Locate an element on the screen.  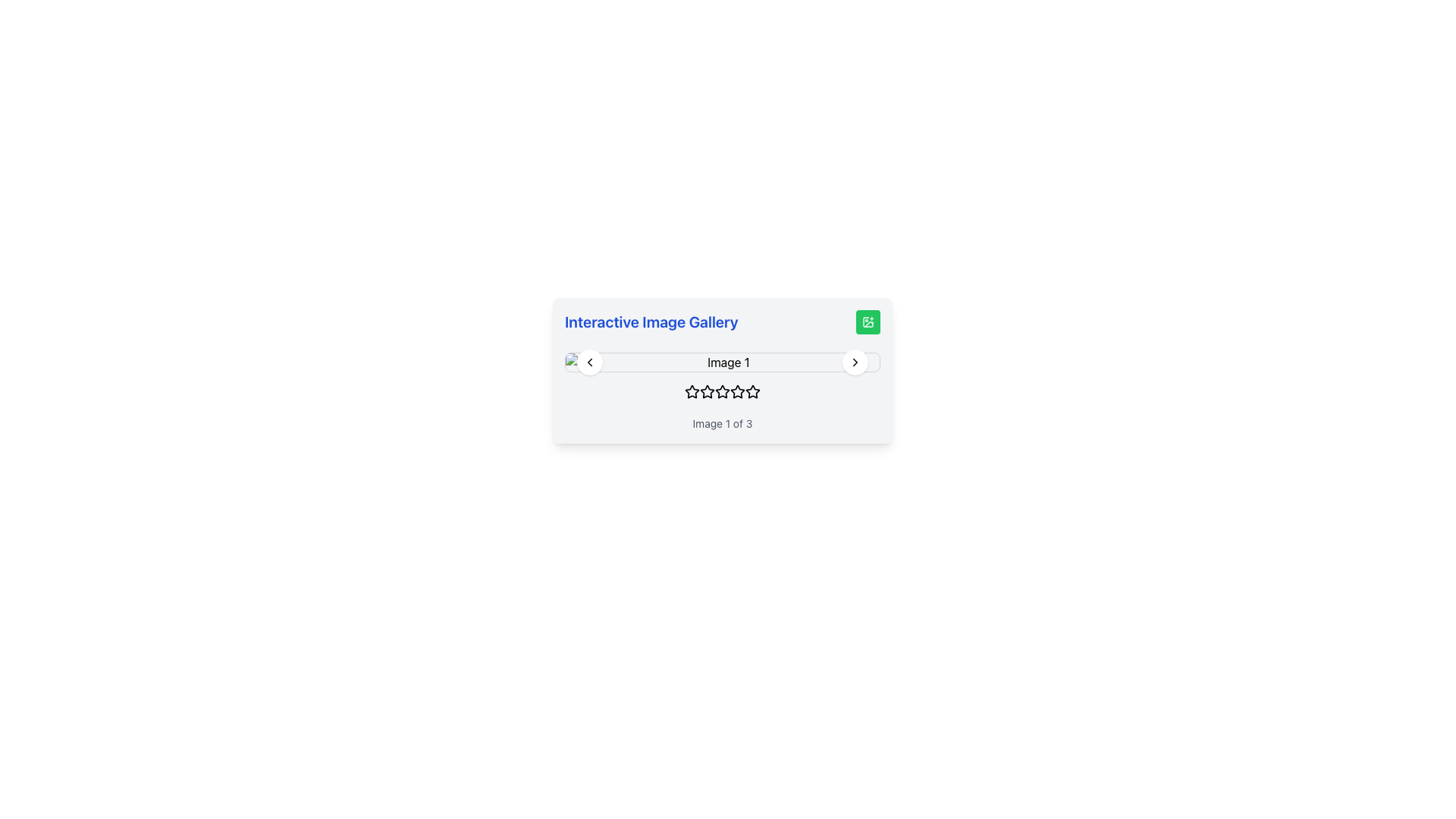
the circular button icon for navigating to the previous image in the image gallery, located on the left side of the horizontal navigation bar is located at coordinates (588, 362).